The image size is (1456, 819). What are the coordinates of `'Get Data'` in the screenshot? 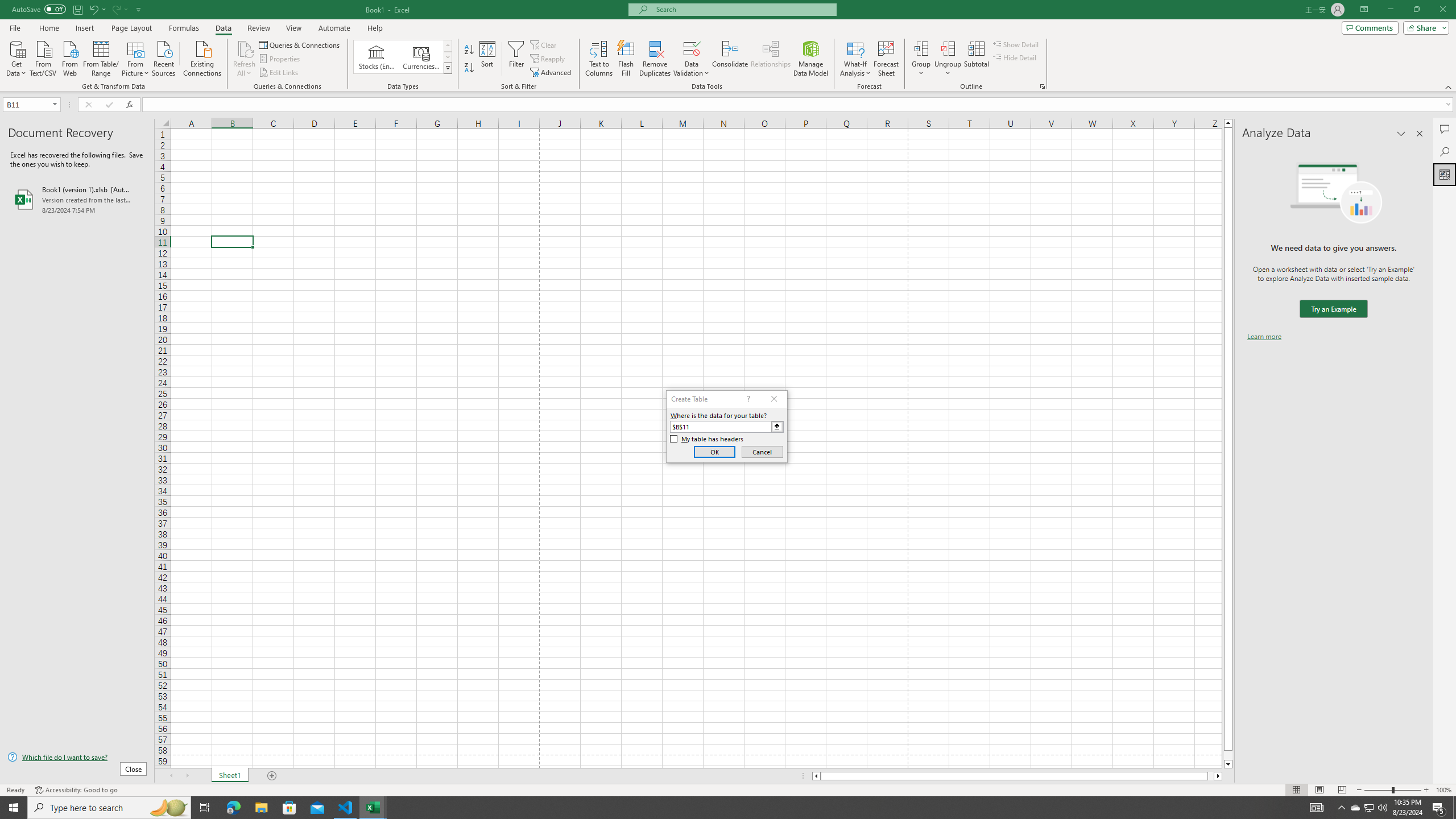 It's located at (16, 57).